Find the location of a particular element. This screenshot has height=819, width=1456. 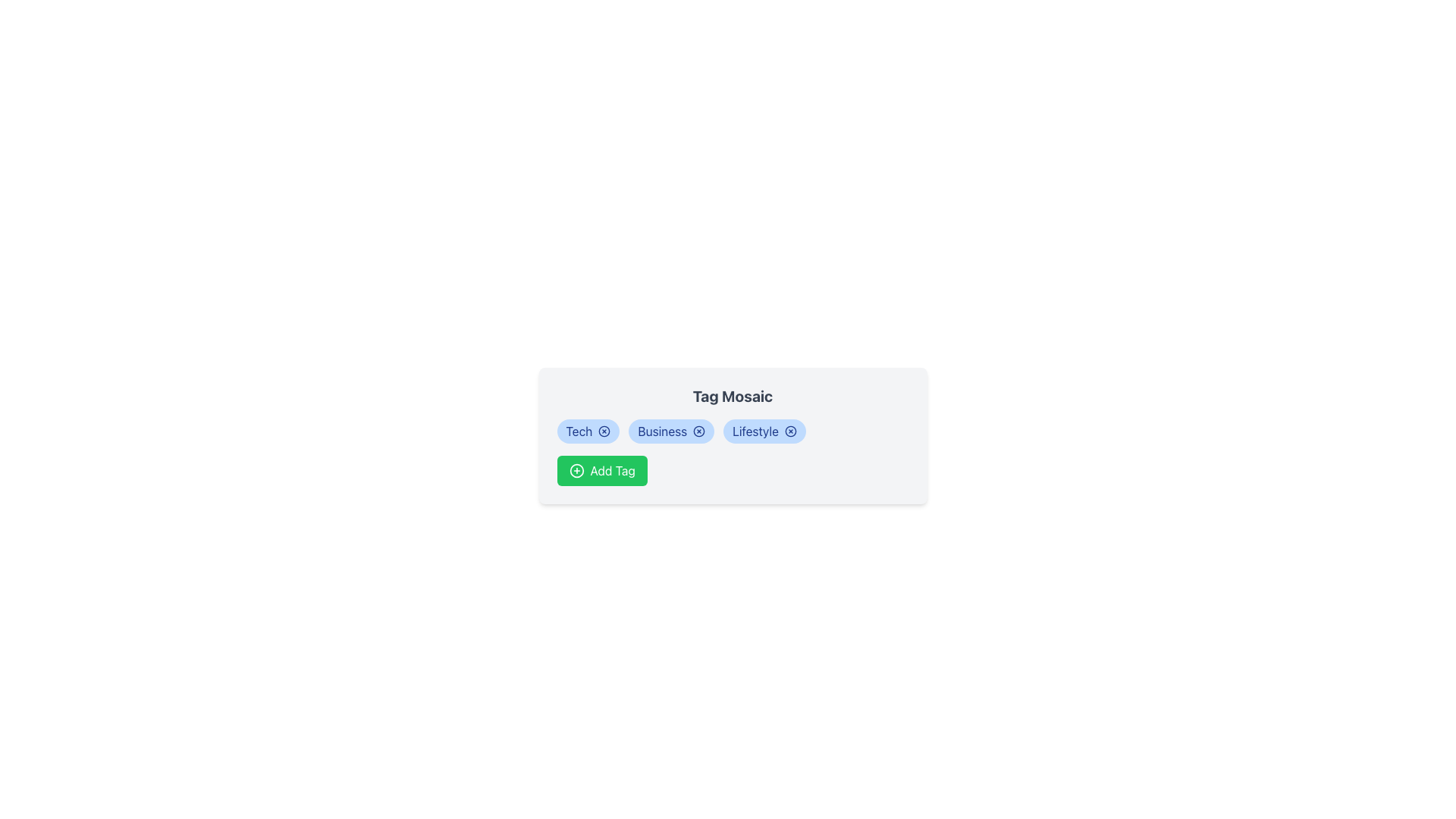

the close button located to the right of the 'Business' tag is located at coordinates (698, 431).